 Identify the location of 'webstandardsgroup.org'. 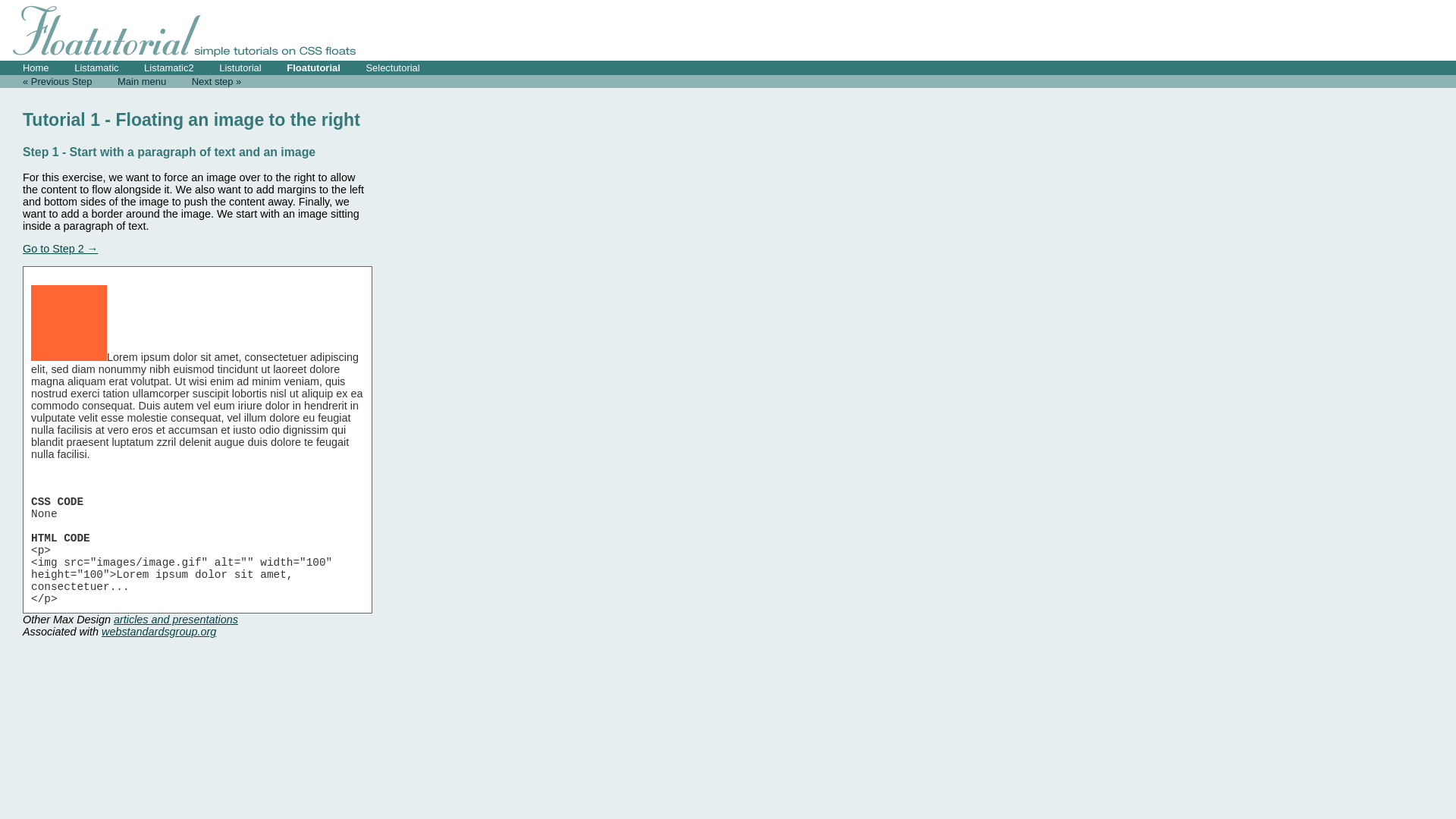
(158, 632).